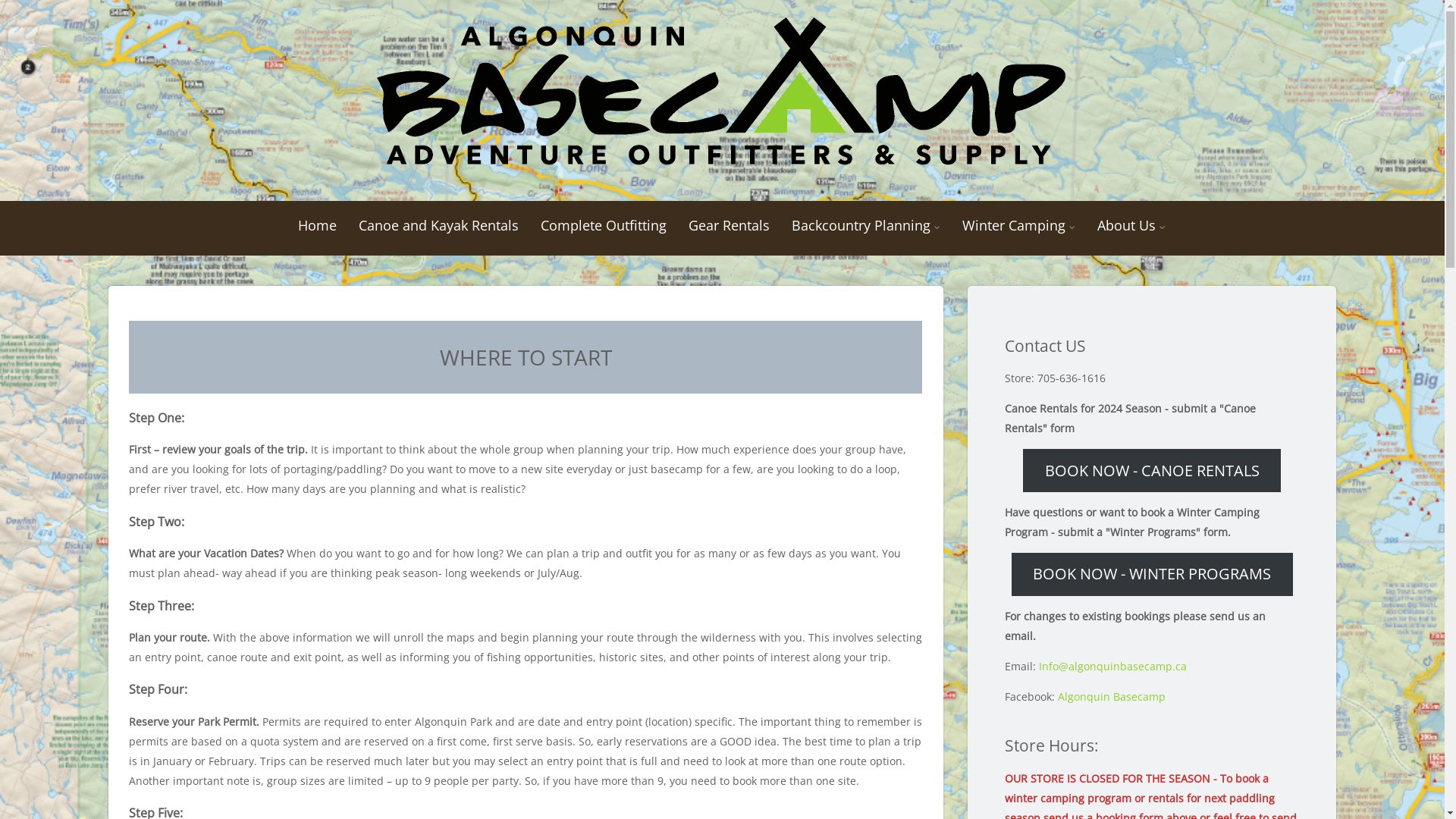 This screenshot has width=1456, height=819. What do you see at coordinates (1112, 665) in the screenshot?
I see `'Info@algonquinbasecamp.ca'` at bounding box center [1112, 665].